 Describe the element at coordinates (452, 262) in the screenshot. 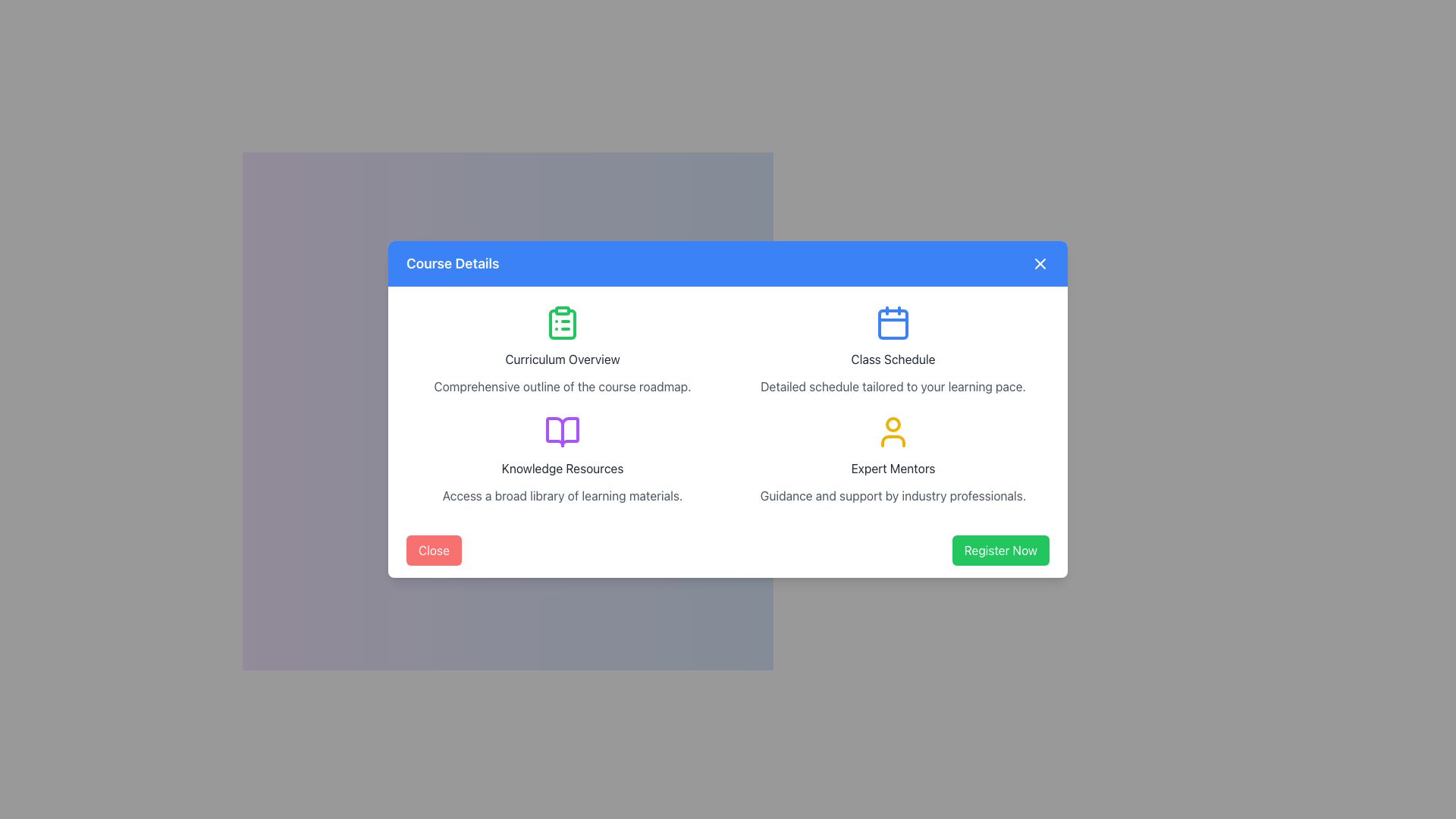

I see `the static text label displaying 'Course Details' in the blue header bar of the modal dialog` at that location.